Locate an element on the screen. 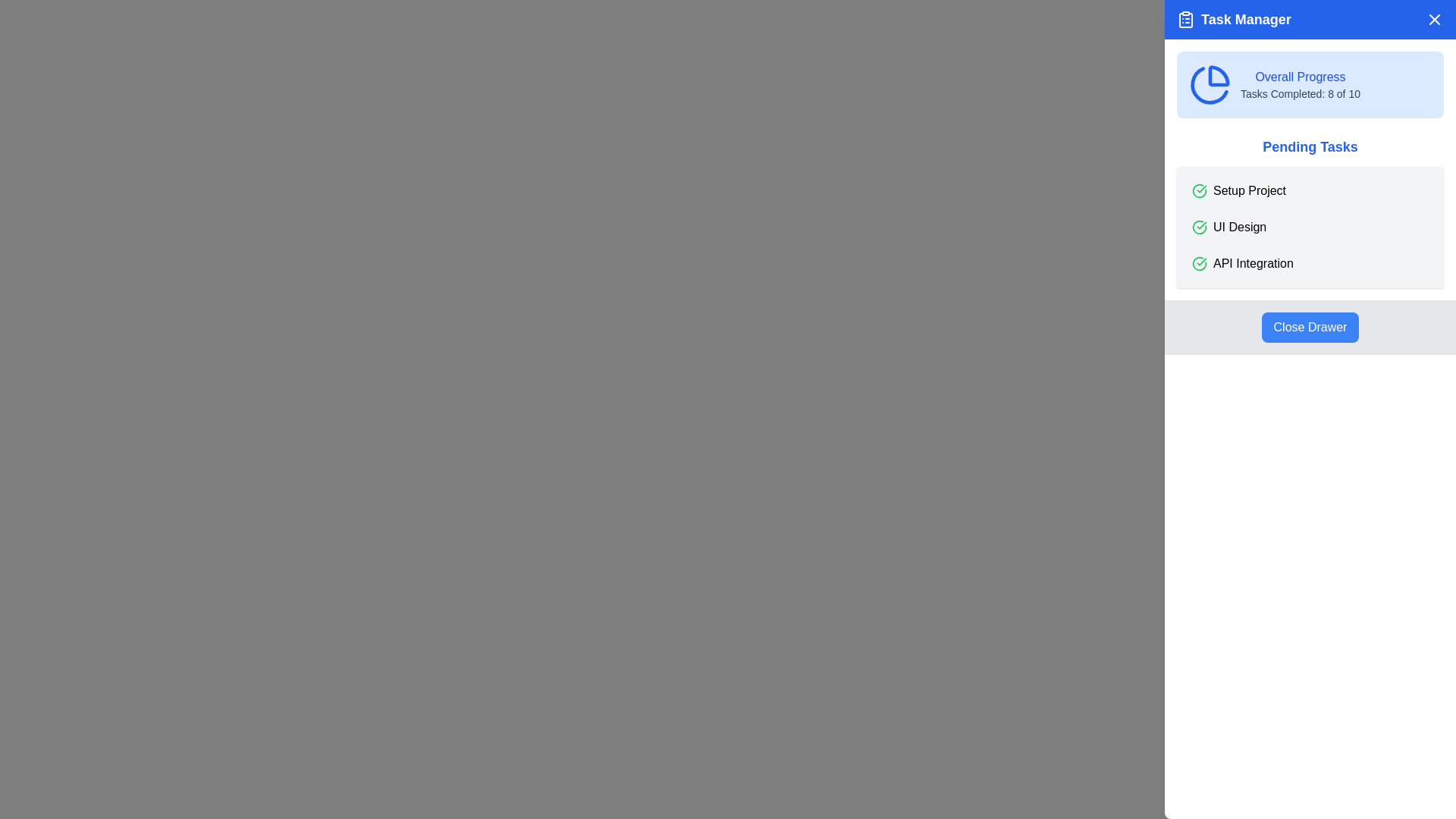  the static text label that states 'Tasks Completed: 8 of 10', which is located below the title 'Overall Progress' in the upper-right corner of the interface is located at coordinates (1299, 93).